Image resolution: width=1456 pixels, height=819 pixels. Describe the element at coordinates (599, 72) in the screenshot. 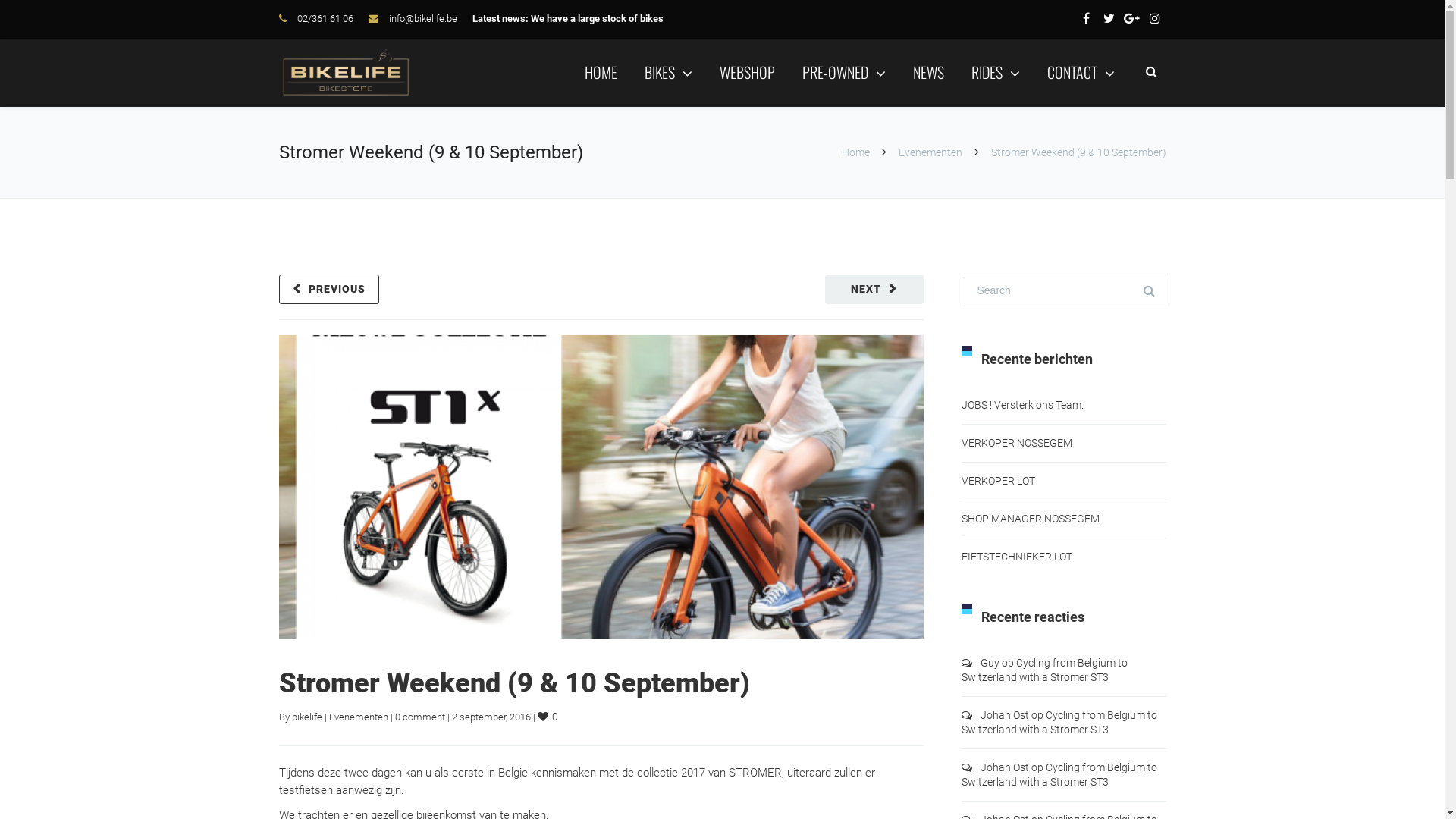

I see `'HOME'` at that location.